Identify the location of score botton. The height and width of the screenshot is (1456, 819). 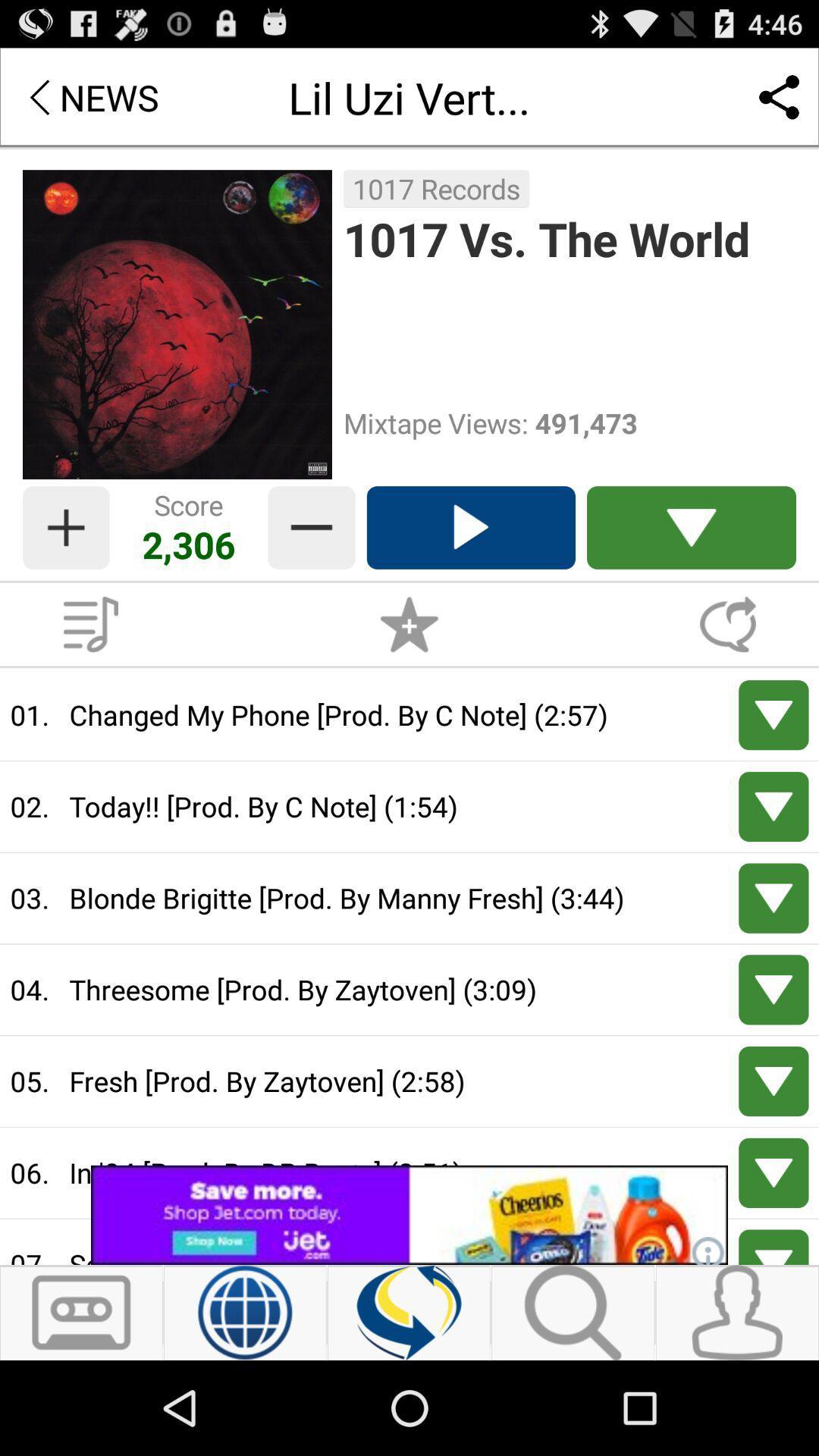
(65, 528).